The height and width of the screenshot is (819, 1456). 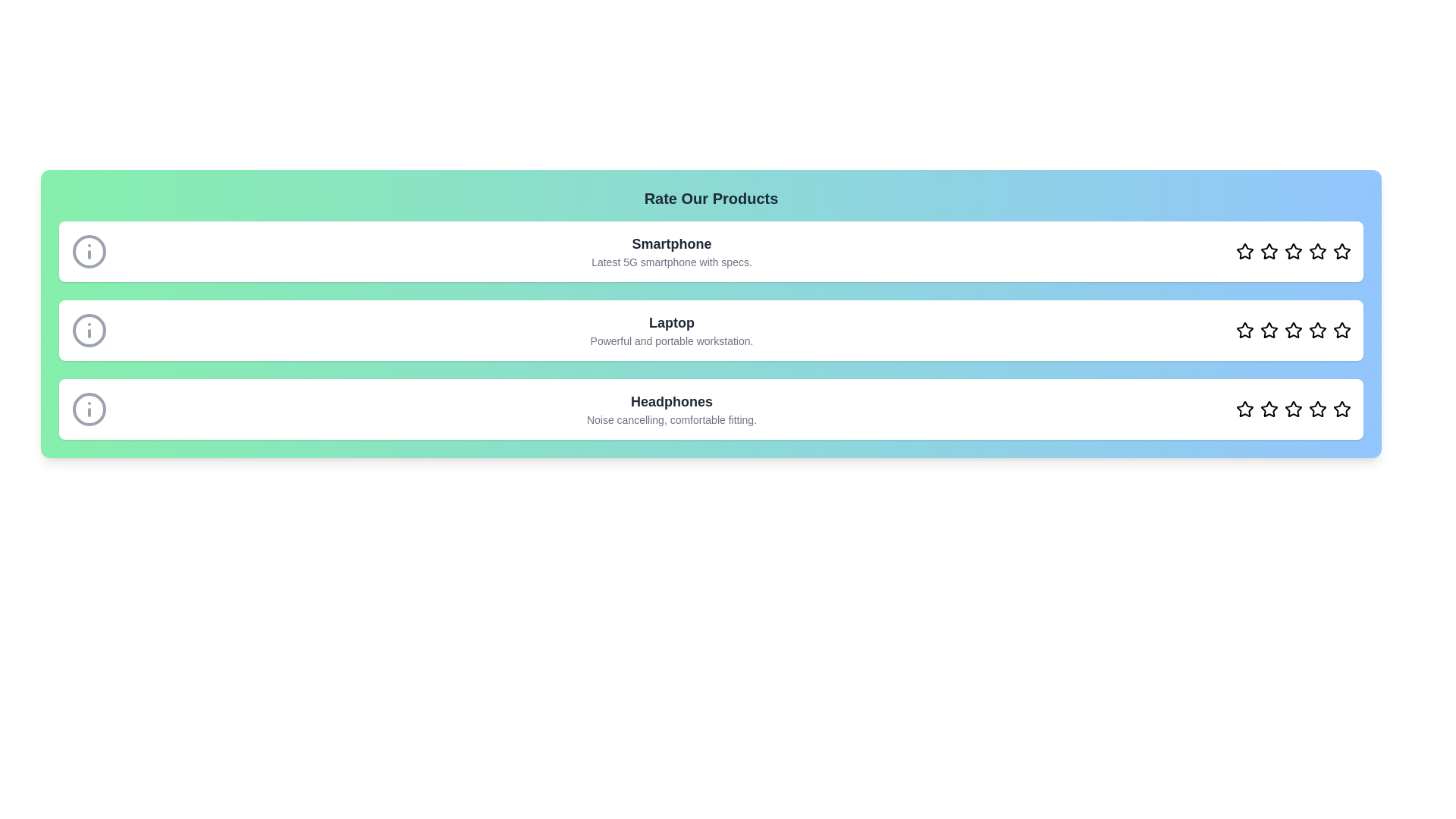 What do you see at coordinates (671, 341) in the screenshot?
I see `the Text label that provides additional descriptive information about the related product, located directly below the 'Laptop' heading` at bounding box center [671, 341].